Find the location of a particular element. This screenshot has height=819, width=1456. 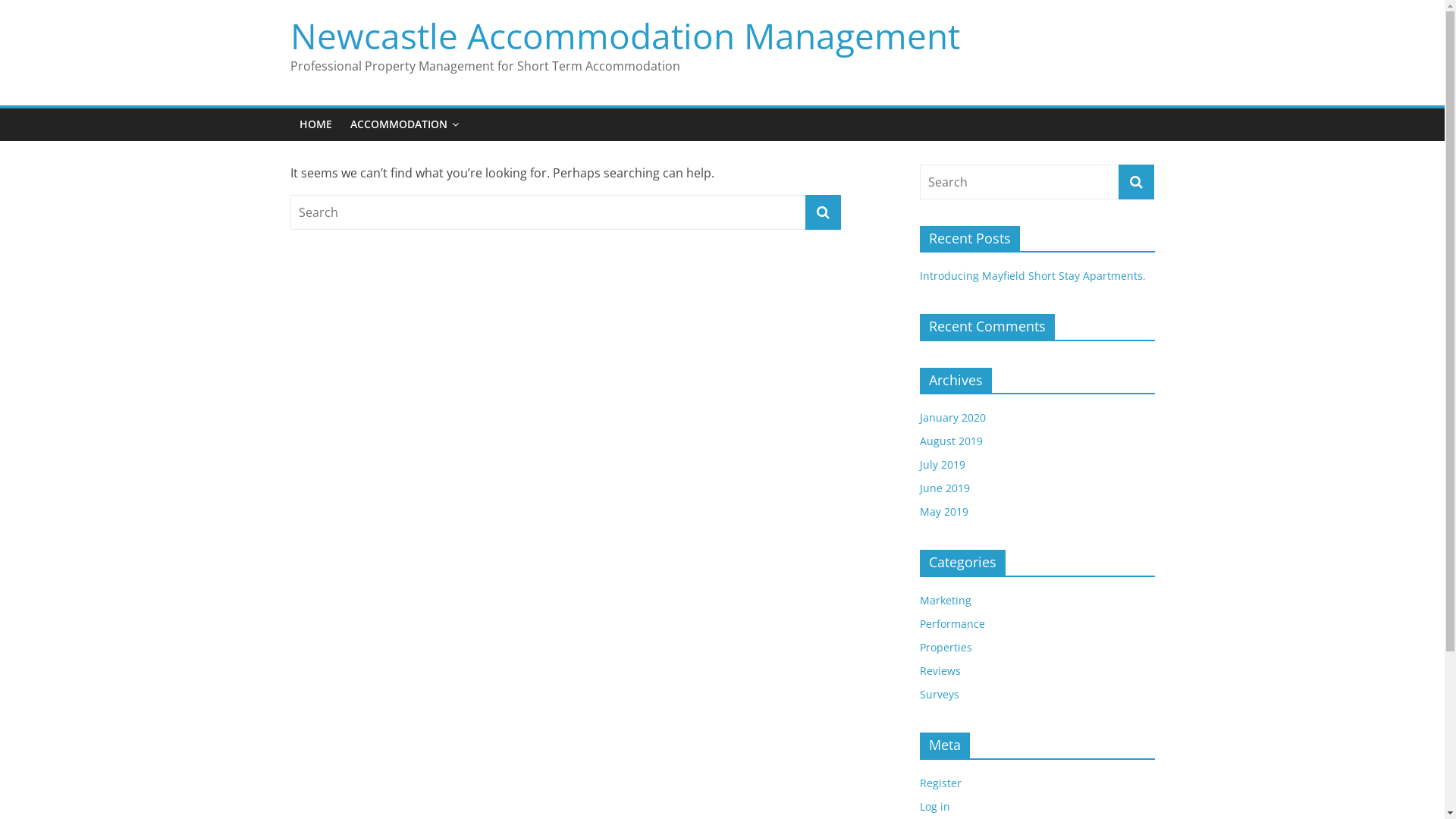

'ACCOMMODATION' is located at coordinates (404, 124).